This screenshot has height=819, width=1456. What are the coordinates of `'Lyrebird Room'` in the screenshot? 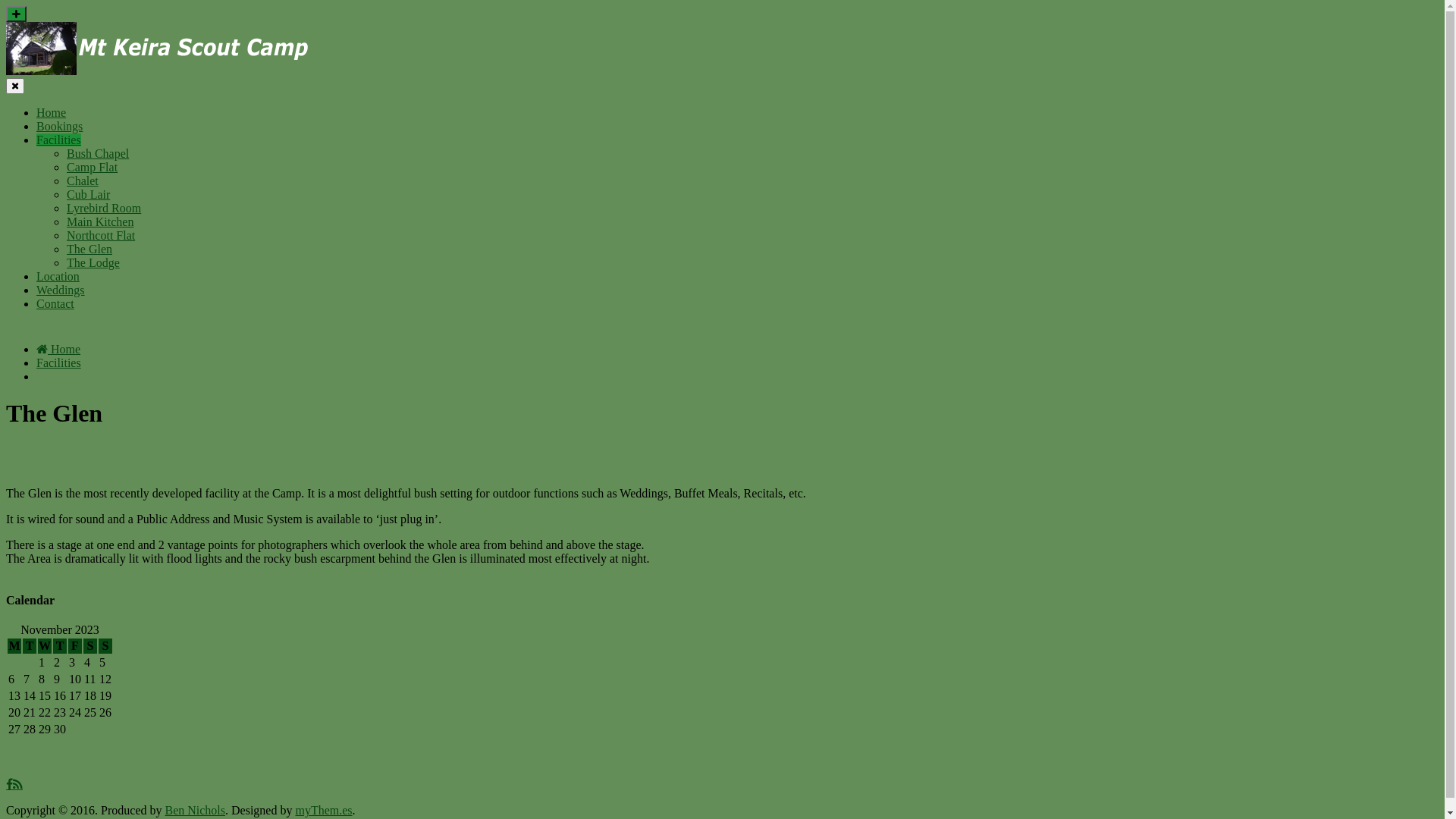 It's located at (103, 208).